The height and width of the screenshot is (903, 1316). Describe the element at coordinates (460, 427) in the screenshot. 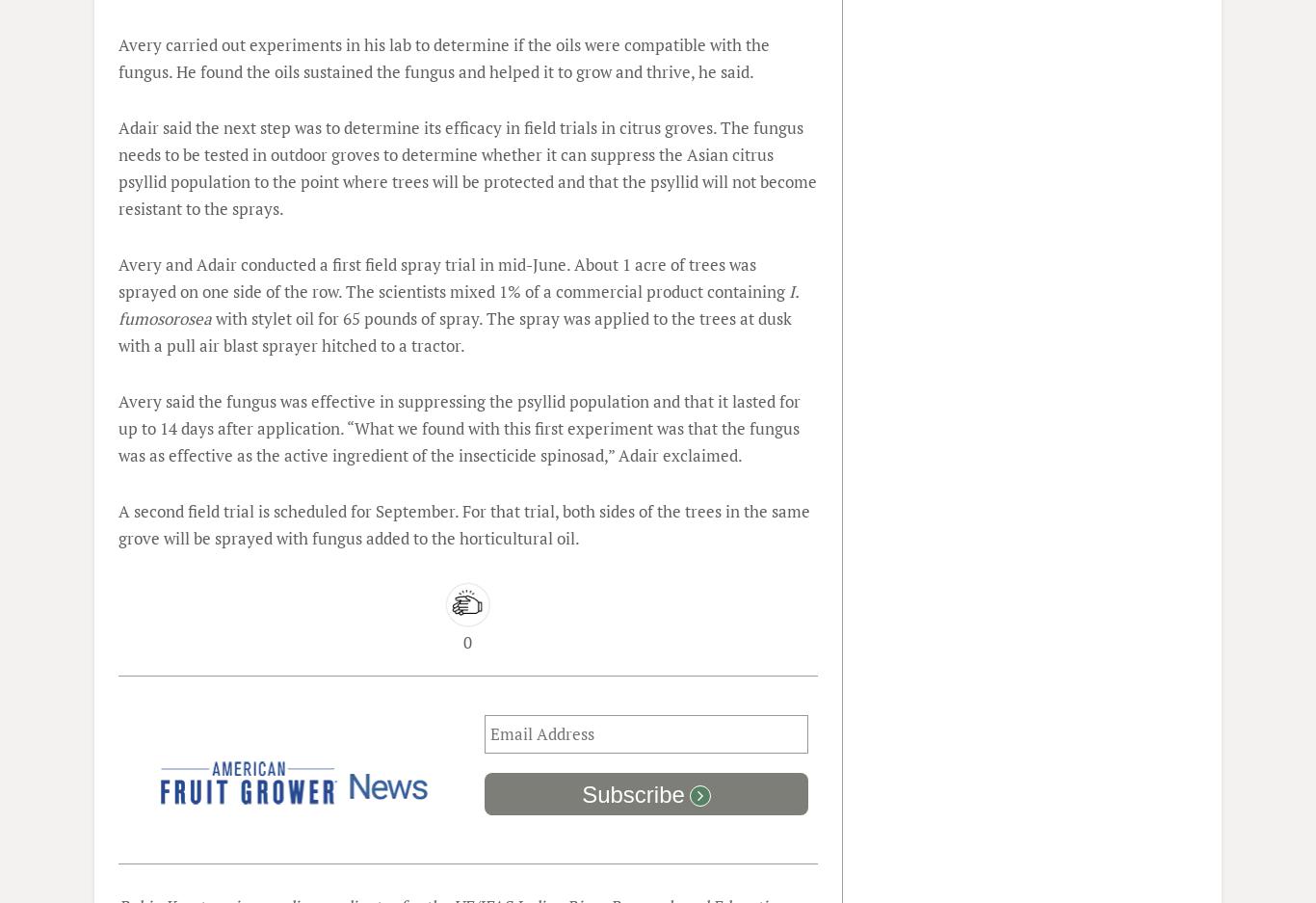

I see `'Avery said the fungus was effective in suppressing the psyllid population and that it lasted for up to 14 days after application. “What we found with this first experiment was that the fungus was as effective as the active ingredient of the insecticide spinosad,” Adair exclaimed.'` at that location.